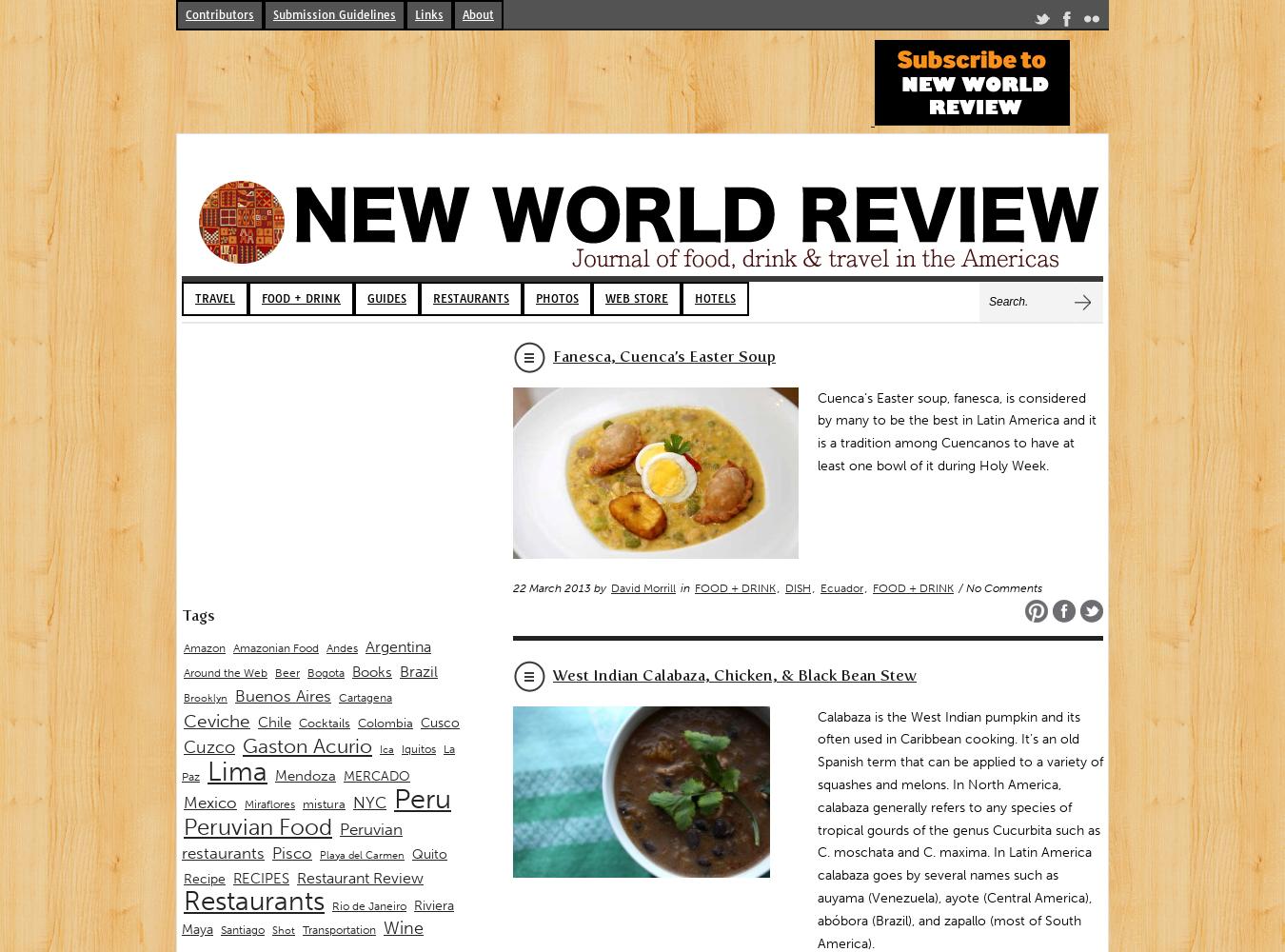  I want to click on 'in', so click(683, 586).